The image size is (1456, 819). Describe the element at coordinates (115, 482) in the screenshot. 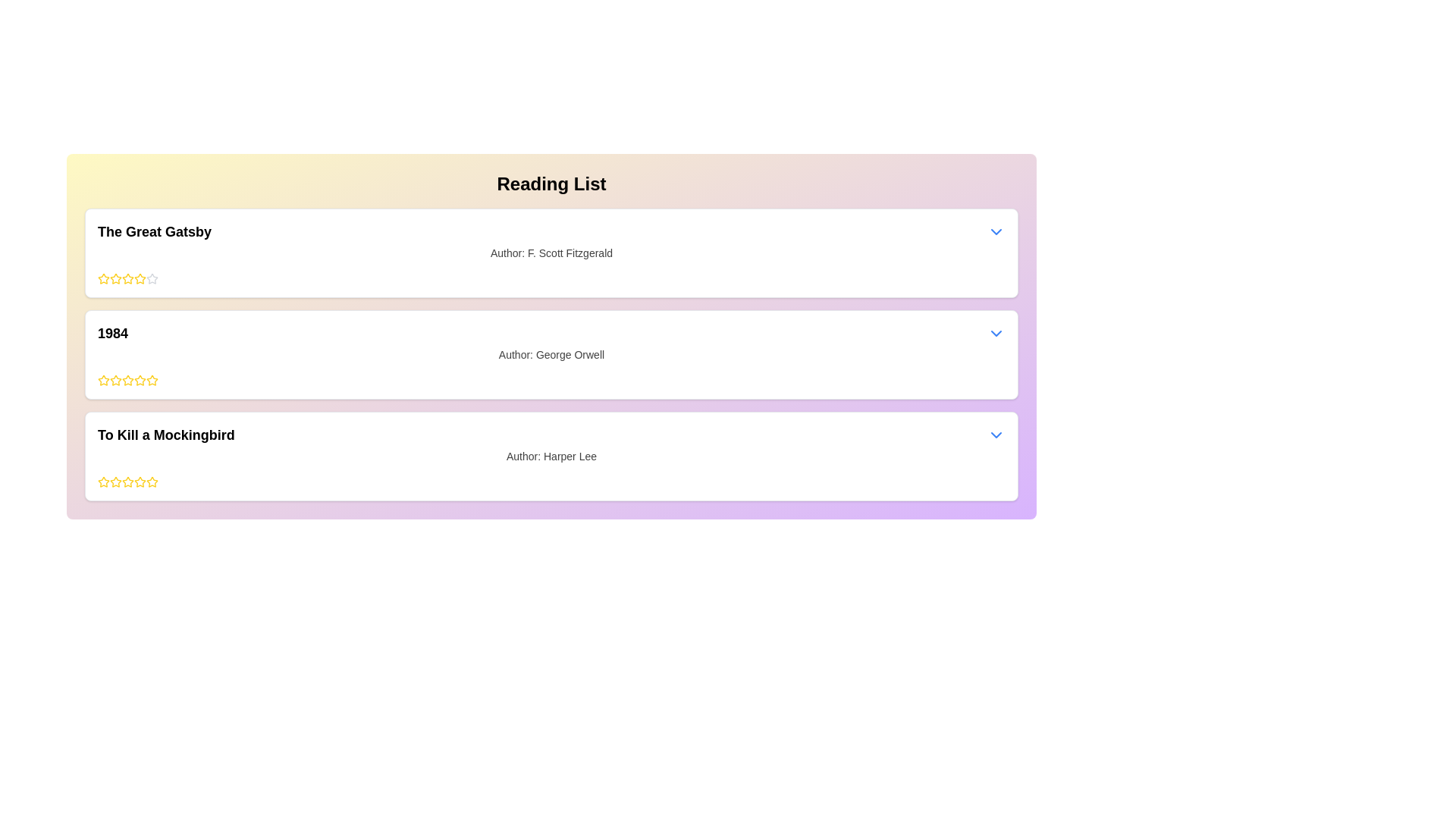

I see `the third rating star located under the title 'To Kill a Mockingbird' in the reading list interface` at that location.